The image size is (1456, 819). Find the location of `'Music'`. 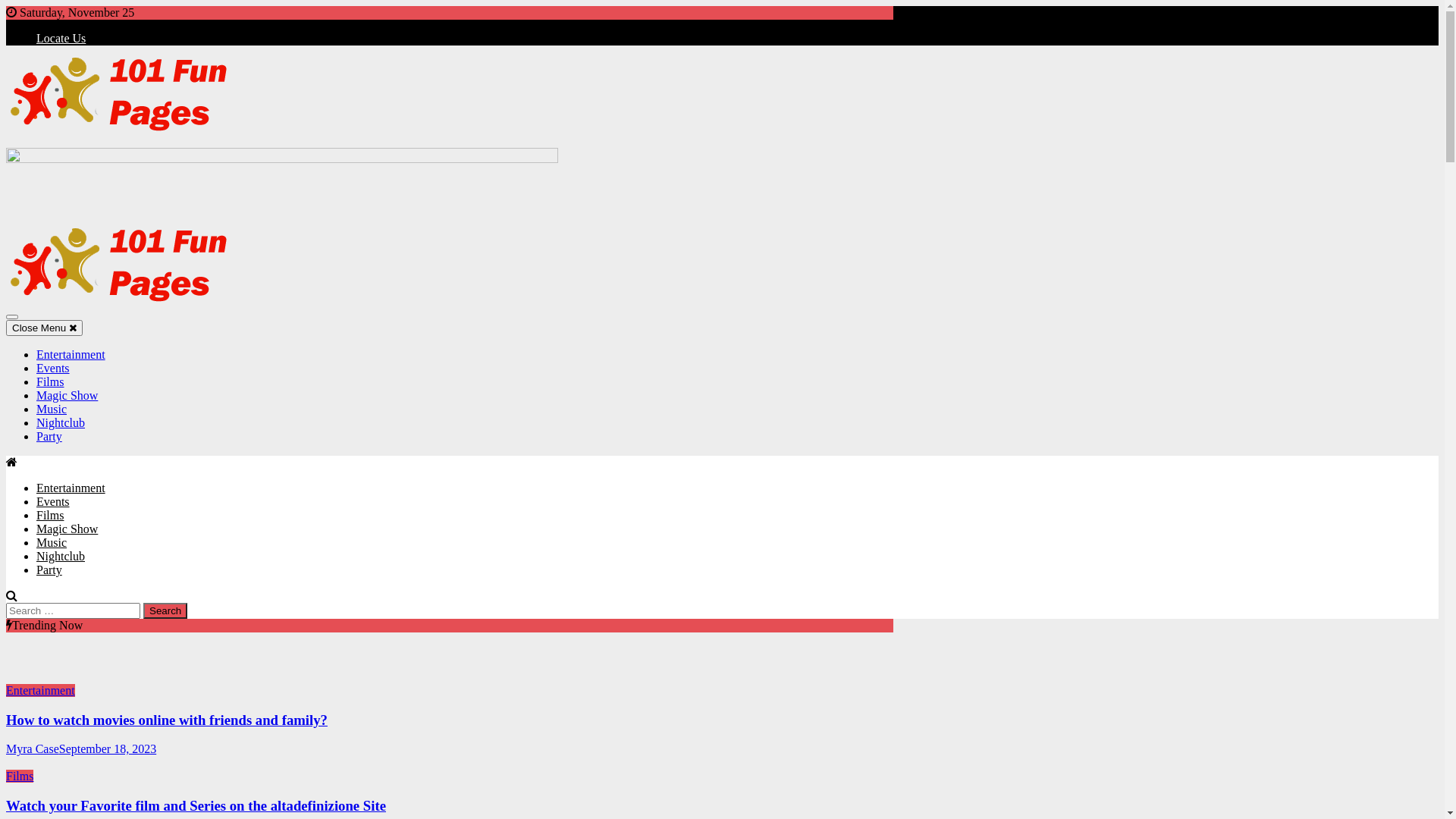

'Music' is located at coordinates (51, 408).